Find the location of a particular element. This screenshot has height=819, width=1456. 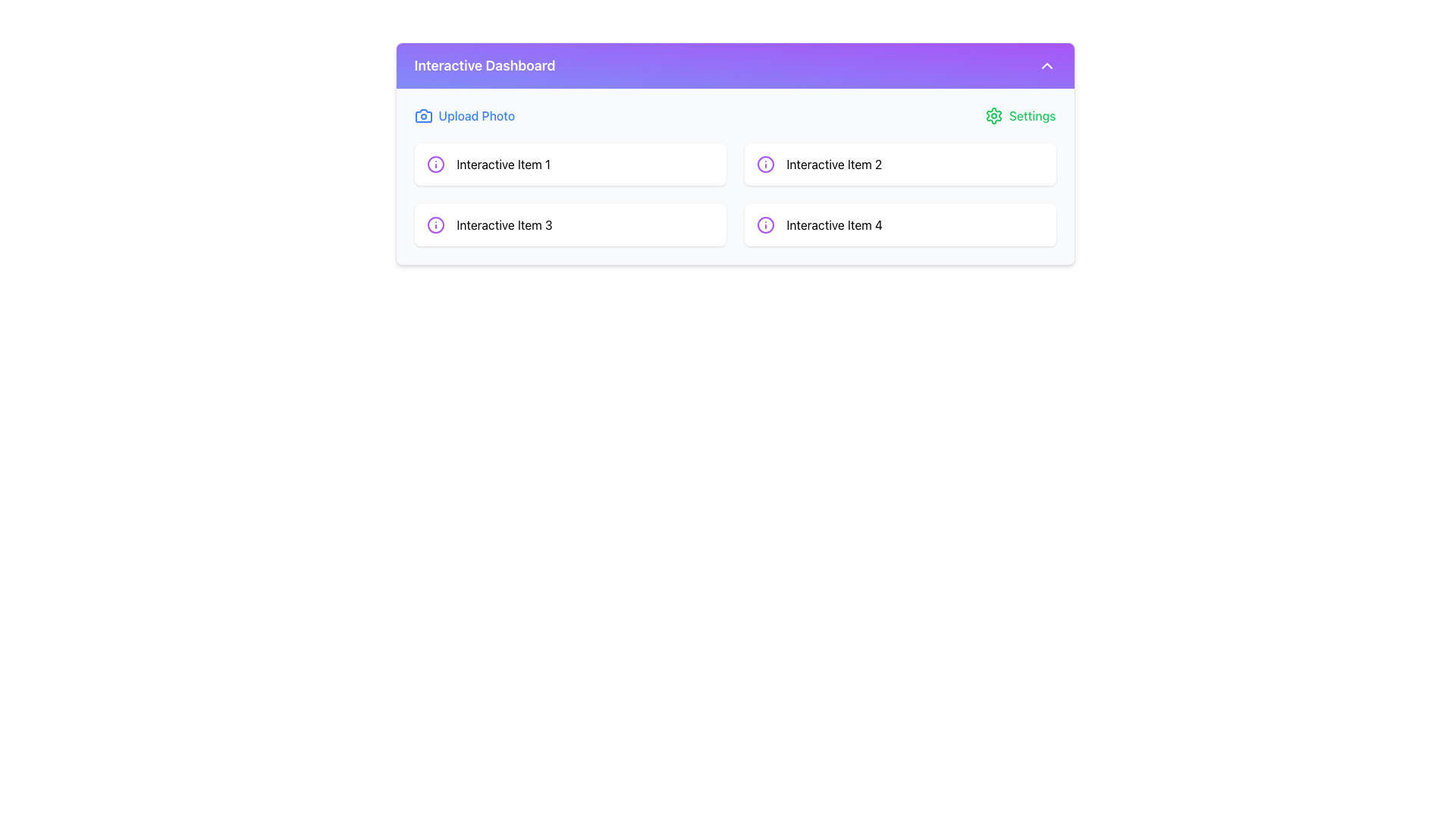

the gear icon located to the left of the 'Settings' text in the top bar is located at coordinates (993, 115).